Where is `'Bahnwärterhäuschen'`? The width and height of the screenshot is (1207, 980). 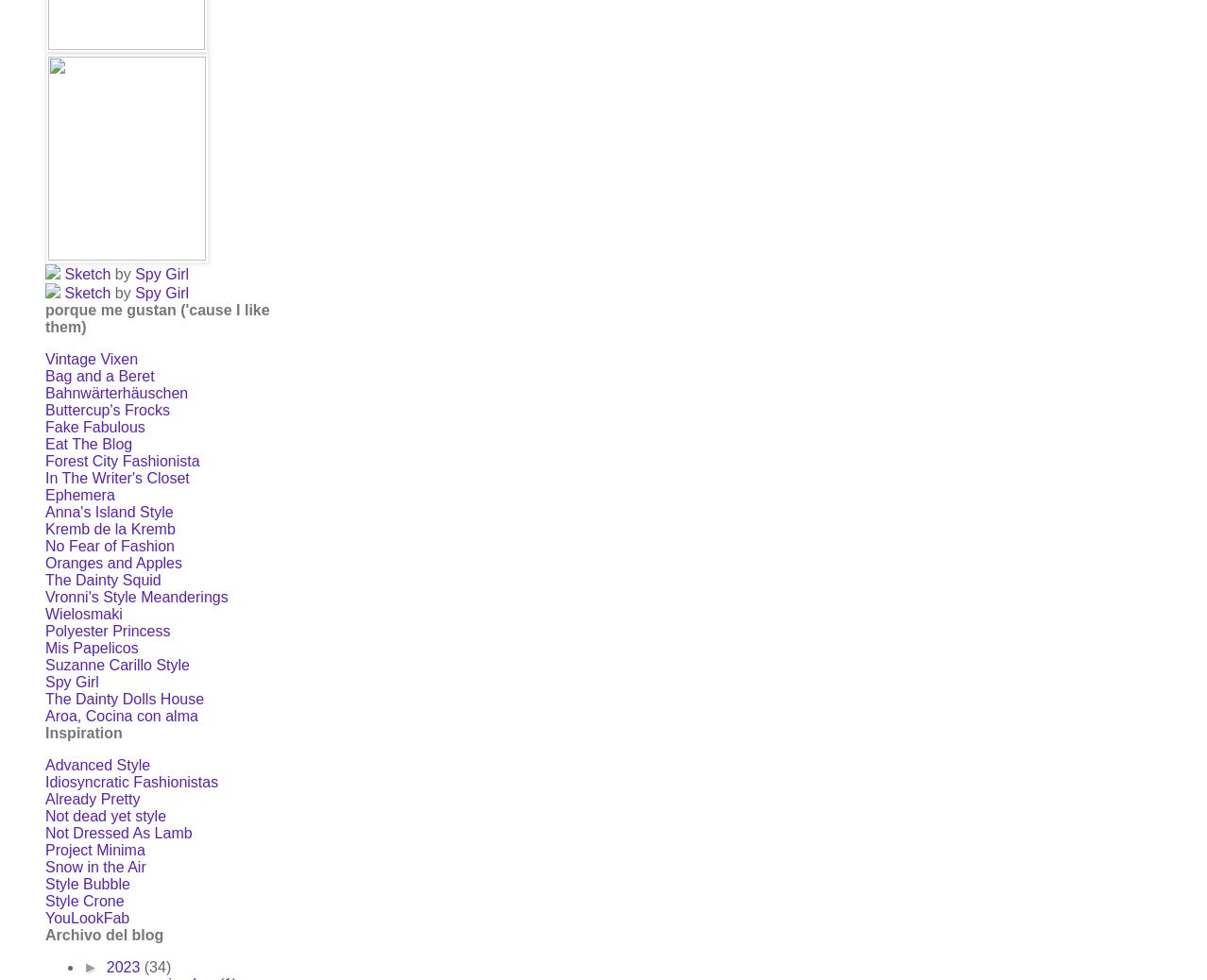
'Bahnwärterhäuschen' is located at coordinates (115, 393).